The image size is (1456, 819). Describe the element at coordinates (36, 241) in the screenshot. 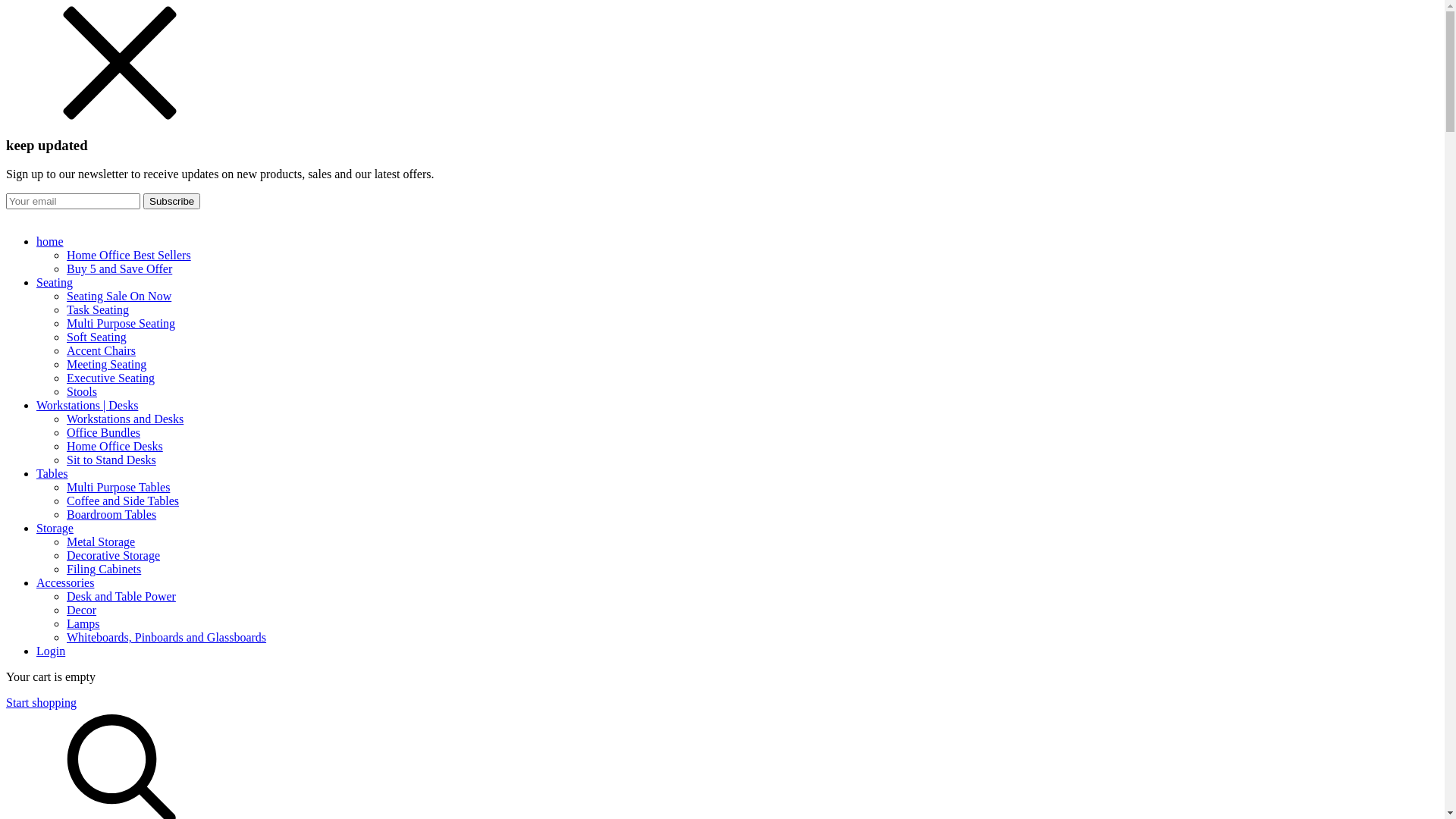

I see `'home'` at that location.